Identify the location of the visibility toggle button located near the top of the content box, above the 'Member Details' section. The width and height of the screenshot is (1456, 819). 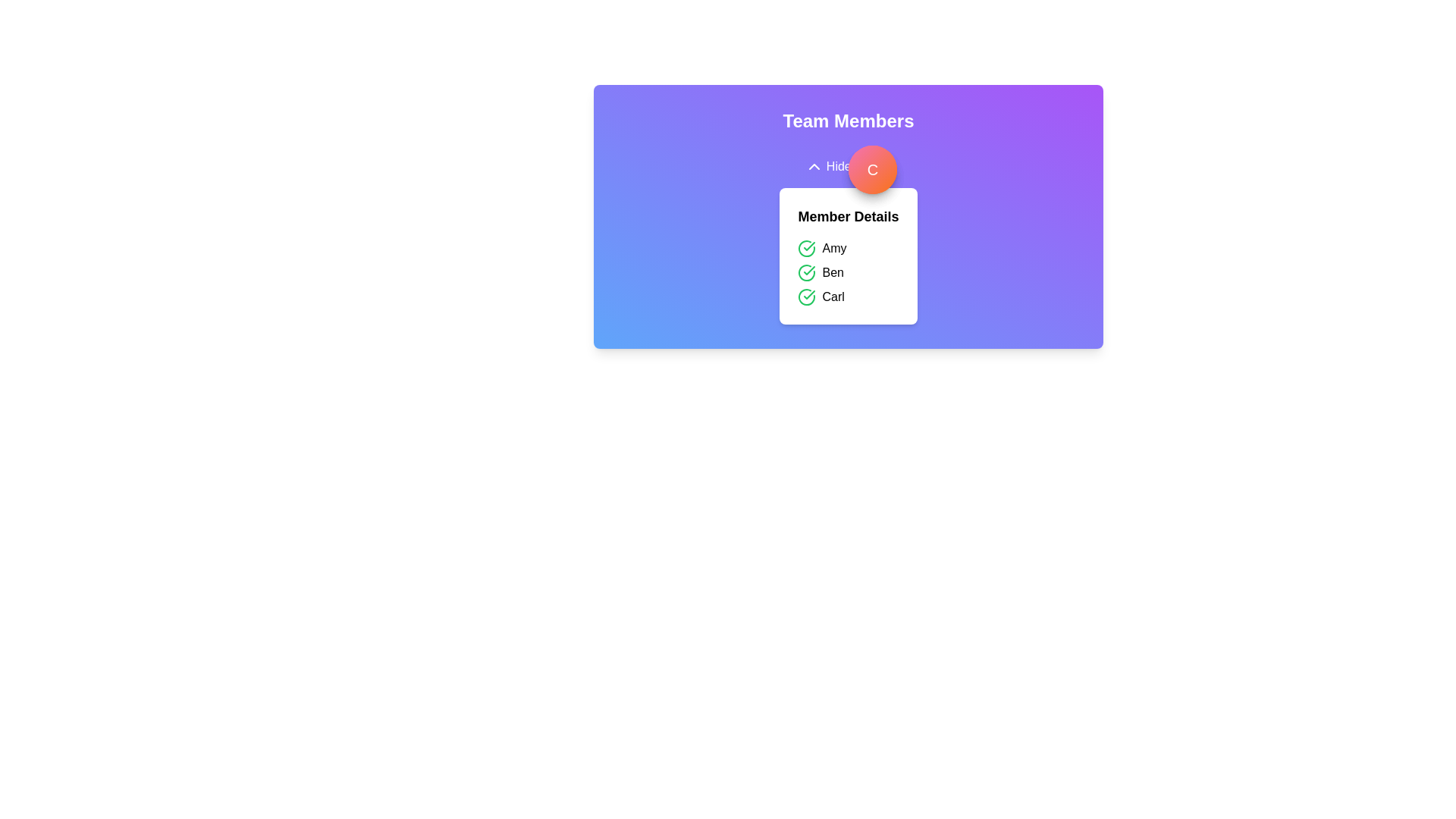
(847, 166).